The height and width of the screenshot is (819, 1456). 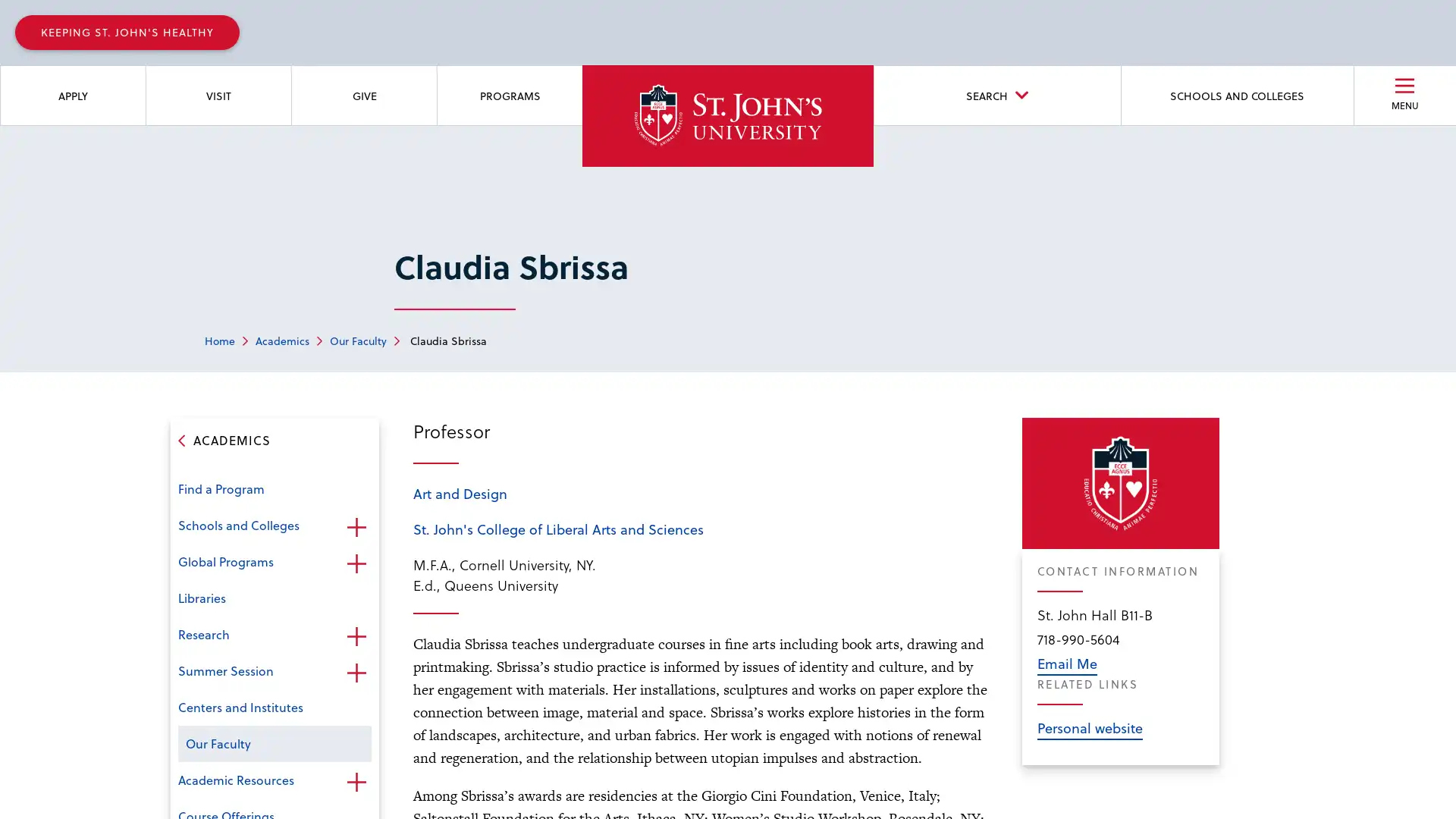 What do you see at coordinates (356, 672) in the screenshot?
I see `Open the sub-menu` at bounding box center [356, 672].